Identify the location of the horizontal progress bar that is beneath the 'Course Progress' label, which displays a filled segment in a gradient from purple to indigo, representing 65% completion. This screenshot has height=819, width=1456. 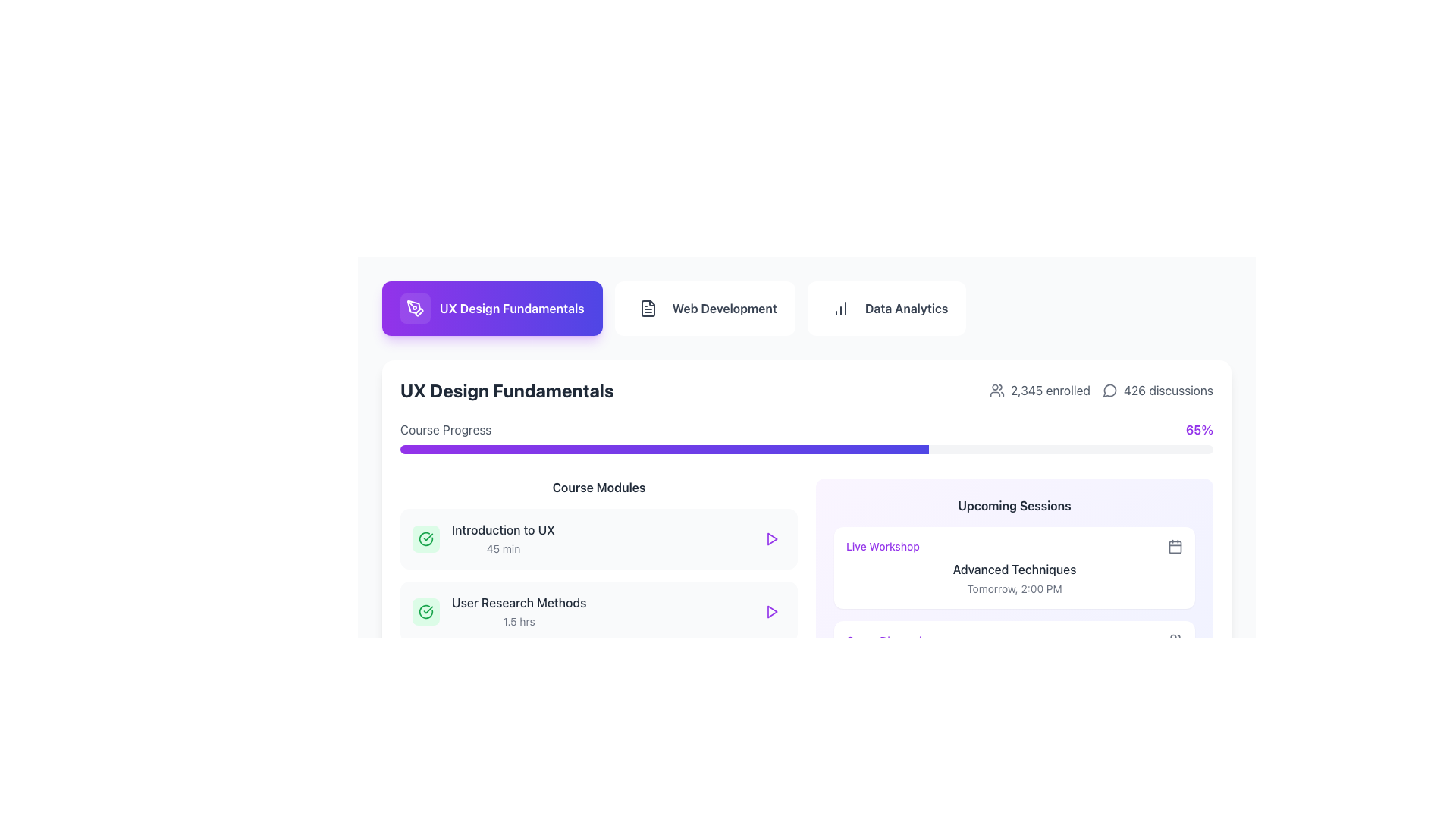
(806, 449).